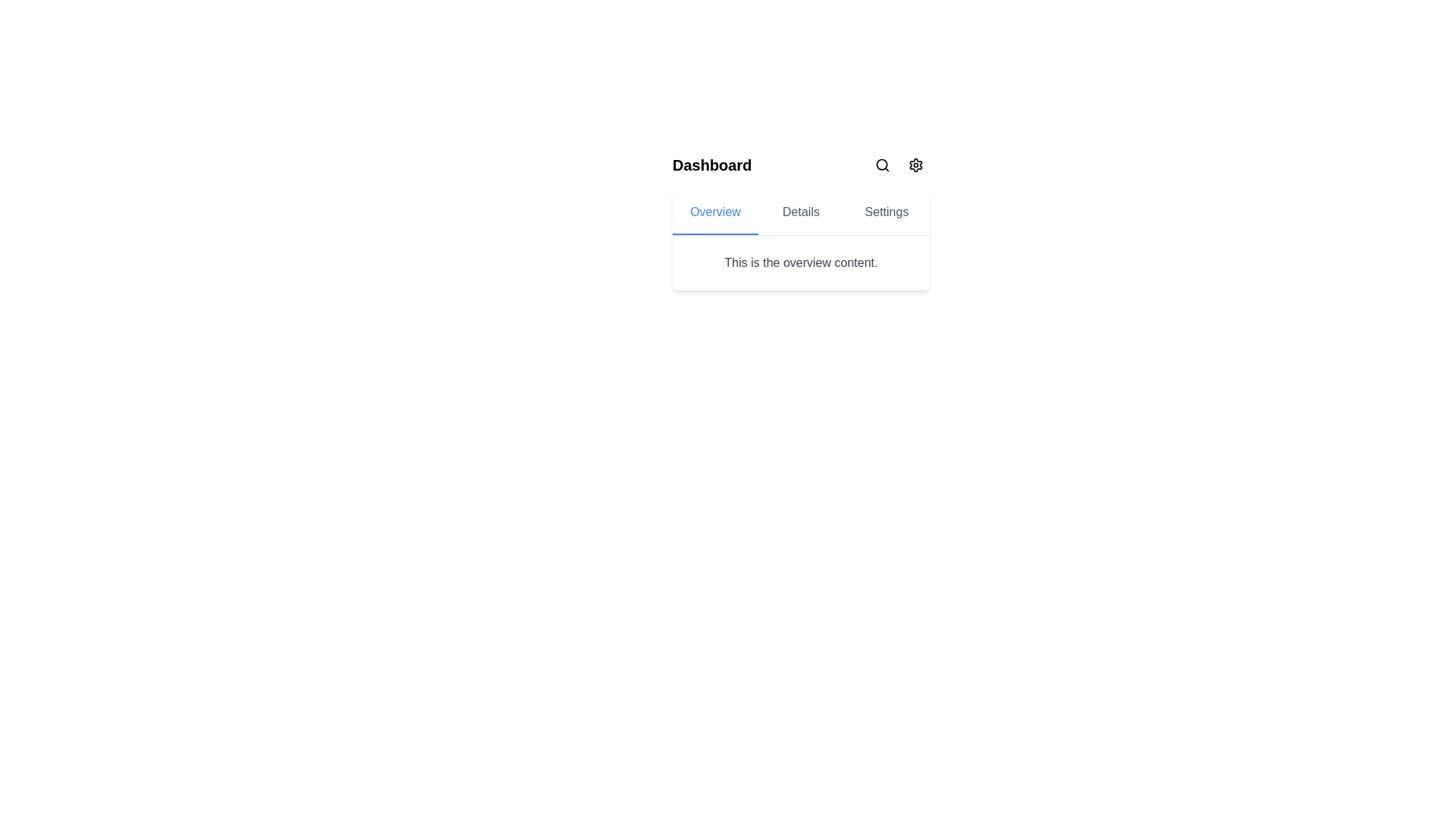  Describe the element at coordinates (800, 262) in the screenshot. I see `the static text block that provides an informational overview related to the 'Overview' section, located below the navigation options` at that location.